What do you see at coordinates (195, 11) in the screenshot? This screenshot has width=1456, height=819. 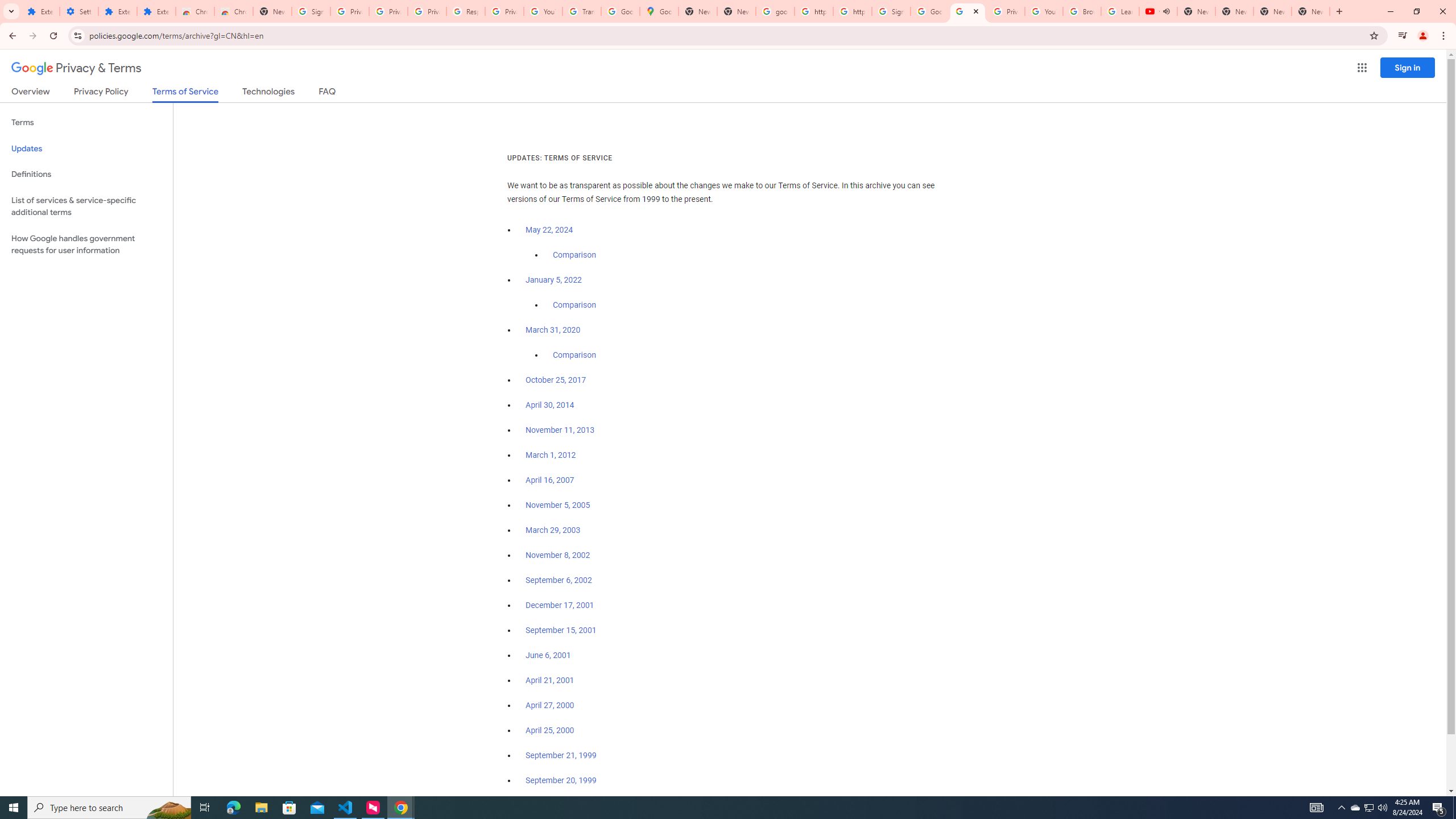 I see `'Chrome Web Store'` at bounding box center [195, 11].